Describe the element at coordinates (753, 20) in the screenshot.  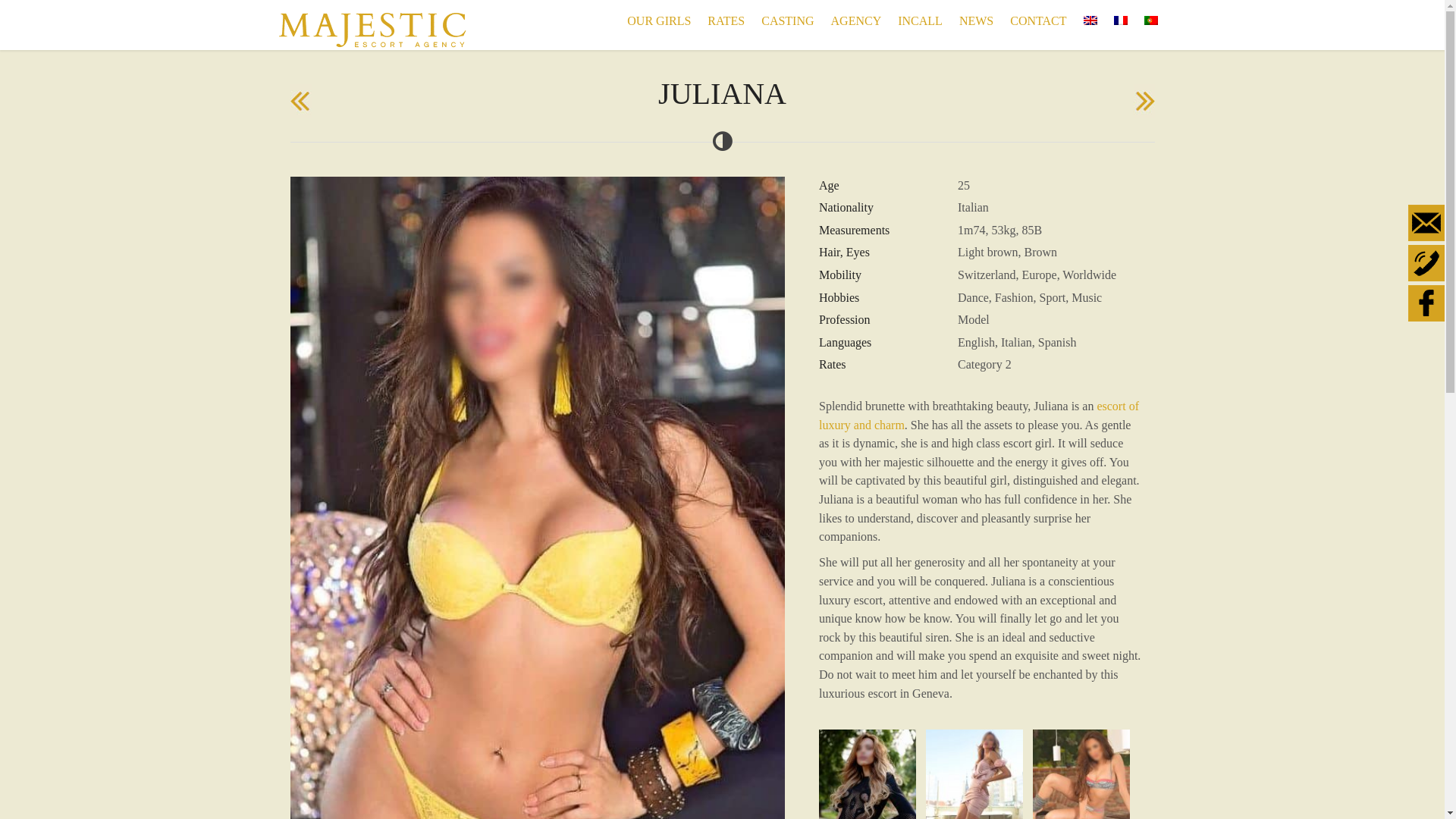
I see `'CASTING'` at that location.